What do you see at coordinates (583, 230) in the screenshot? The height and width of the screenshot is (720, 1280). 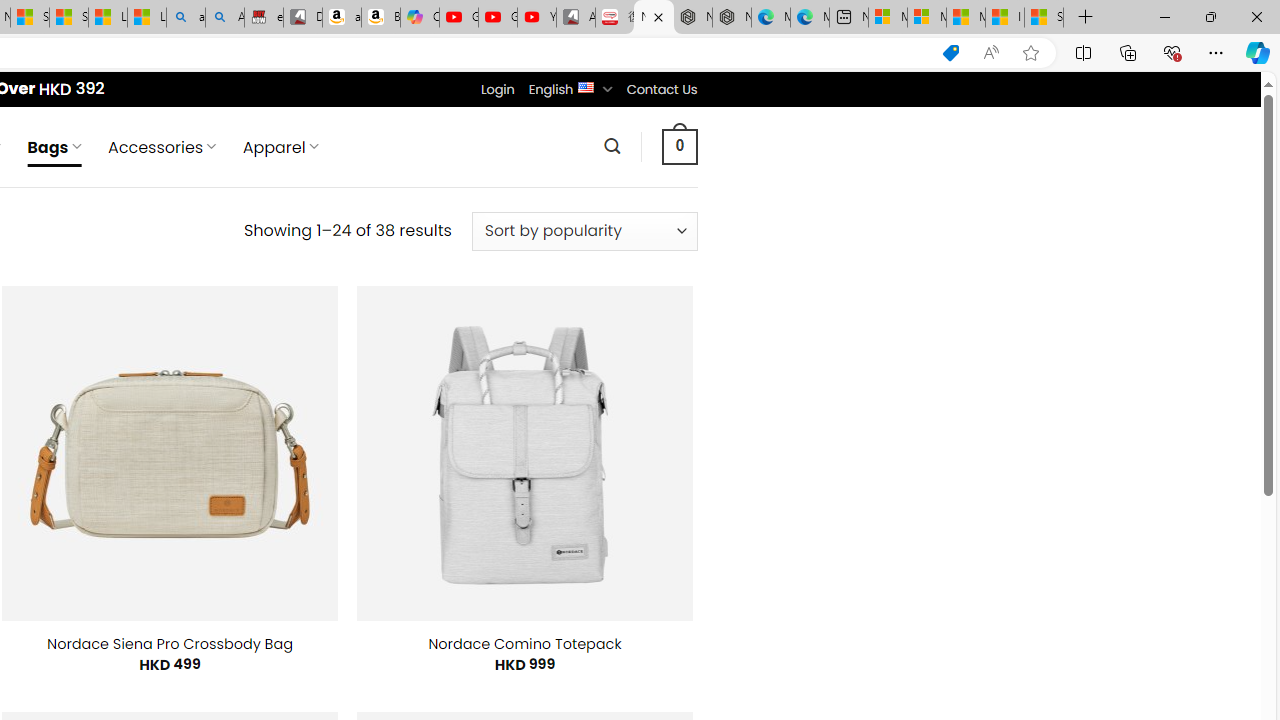 I see `'Shop order'` at bounding box center [583, 230].